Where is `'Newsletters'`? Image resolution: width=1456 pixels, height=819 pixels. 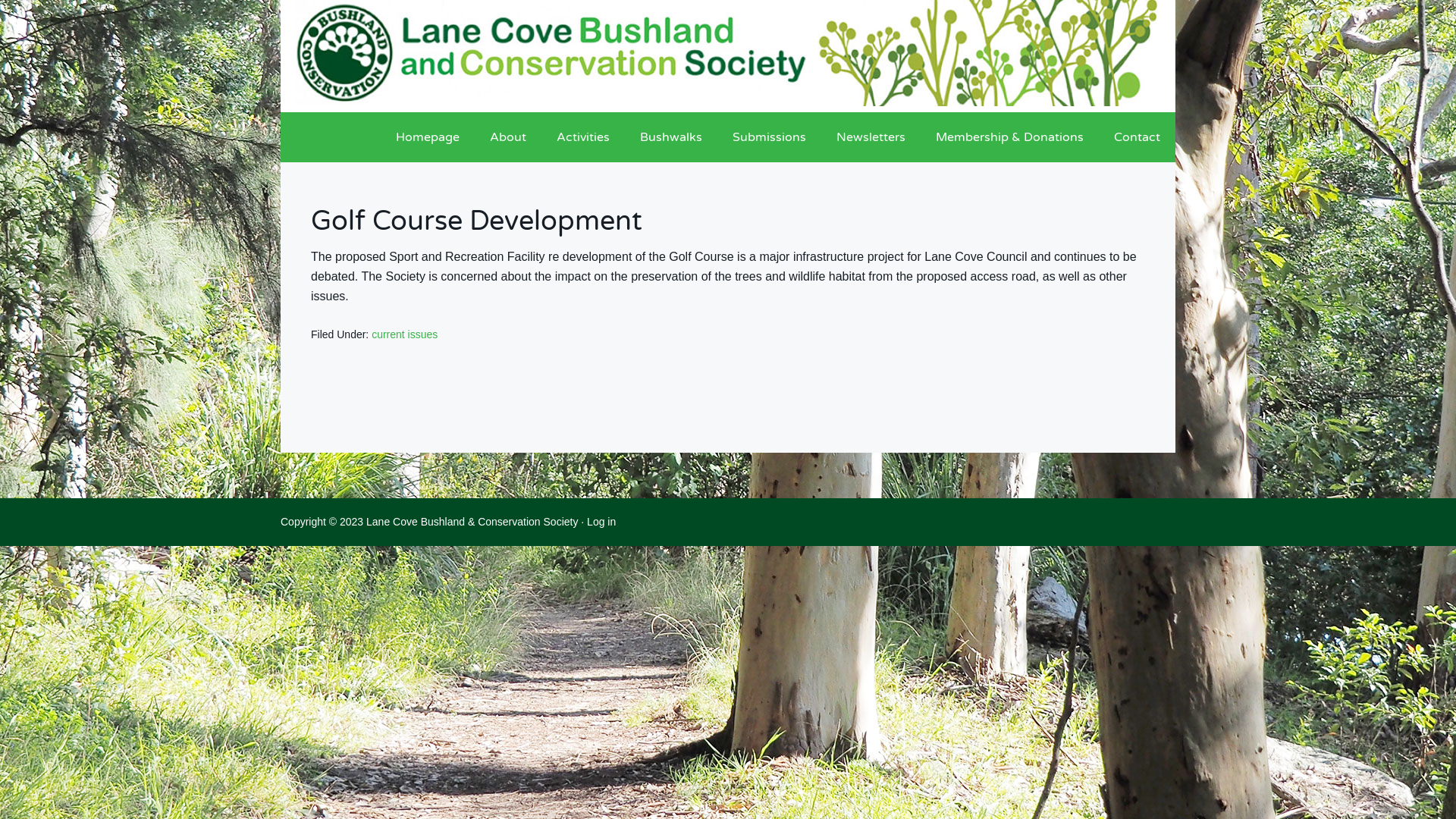
'Newsletters' is located at coordinates (871, 137).